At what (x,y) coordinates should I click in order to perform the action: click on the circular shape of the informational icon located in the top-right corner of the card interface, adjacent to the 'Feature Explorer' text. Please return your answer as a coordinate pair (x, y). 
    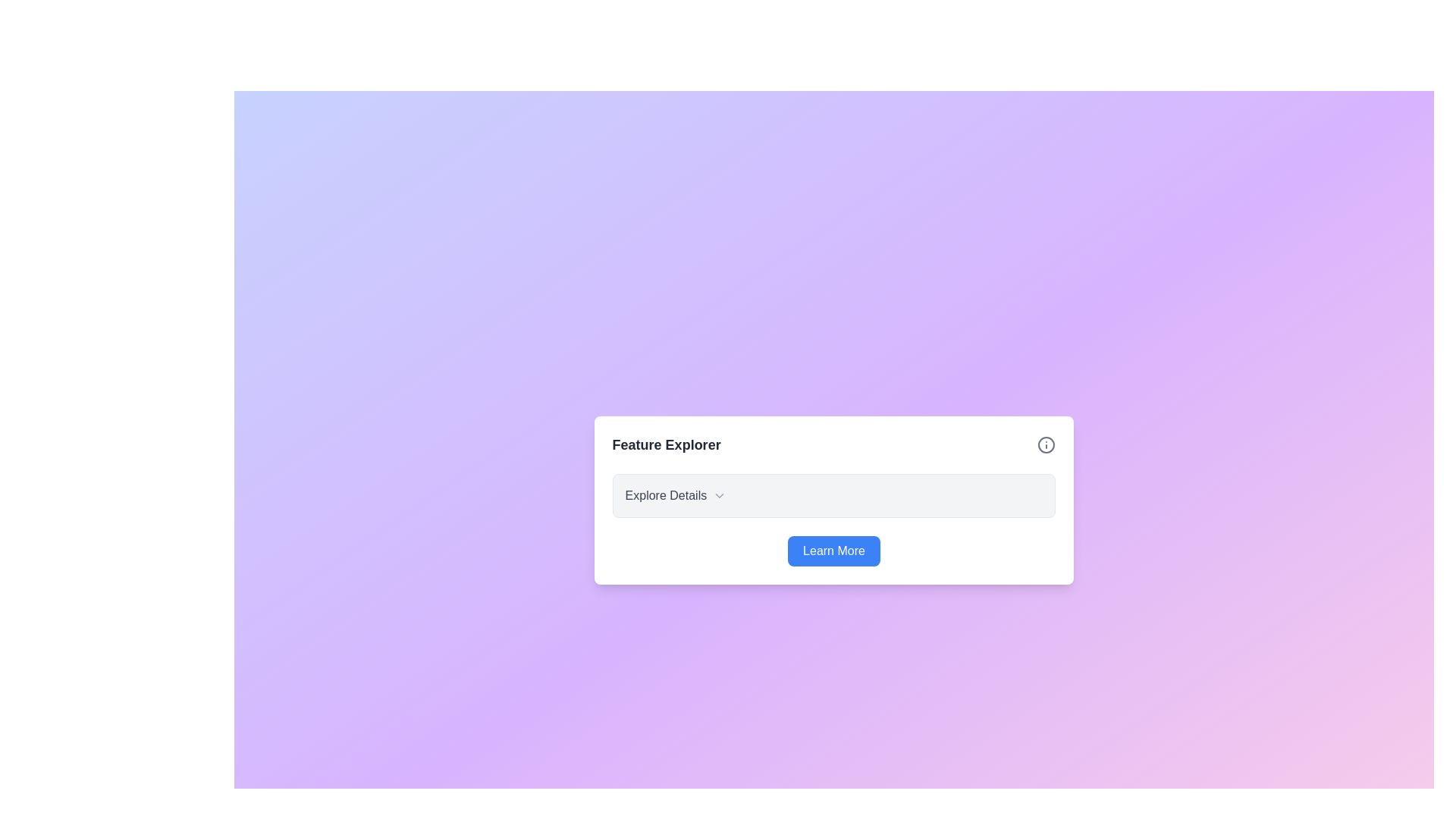
    Looking at the image, I should click on (1046, 444).